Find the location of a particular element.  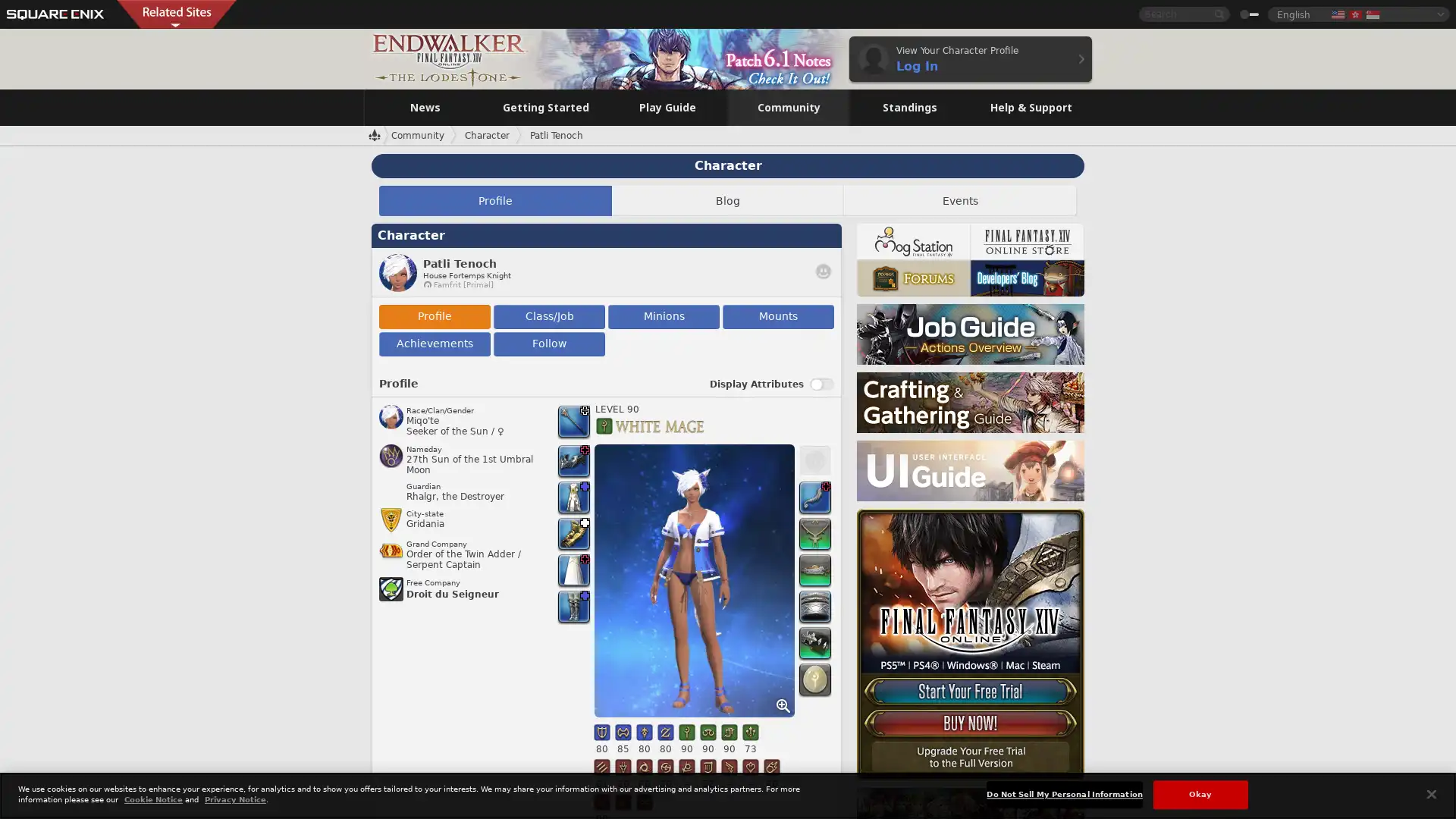

Okay is located at coordinates (1199, 793).